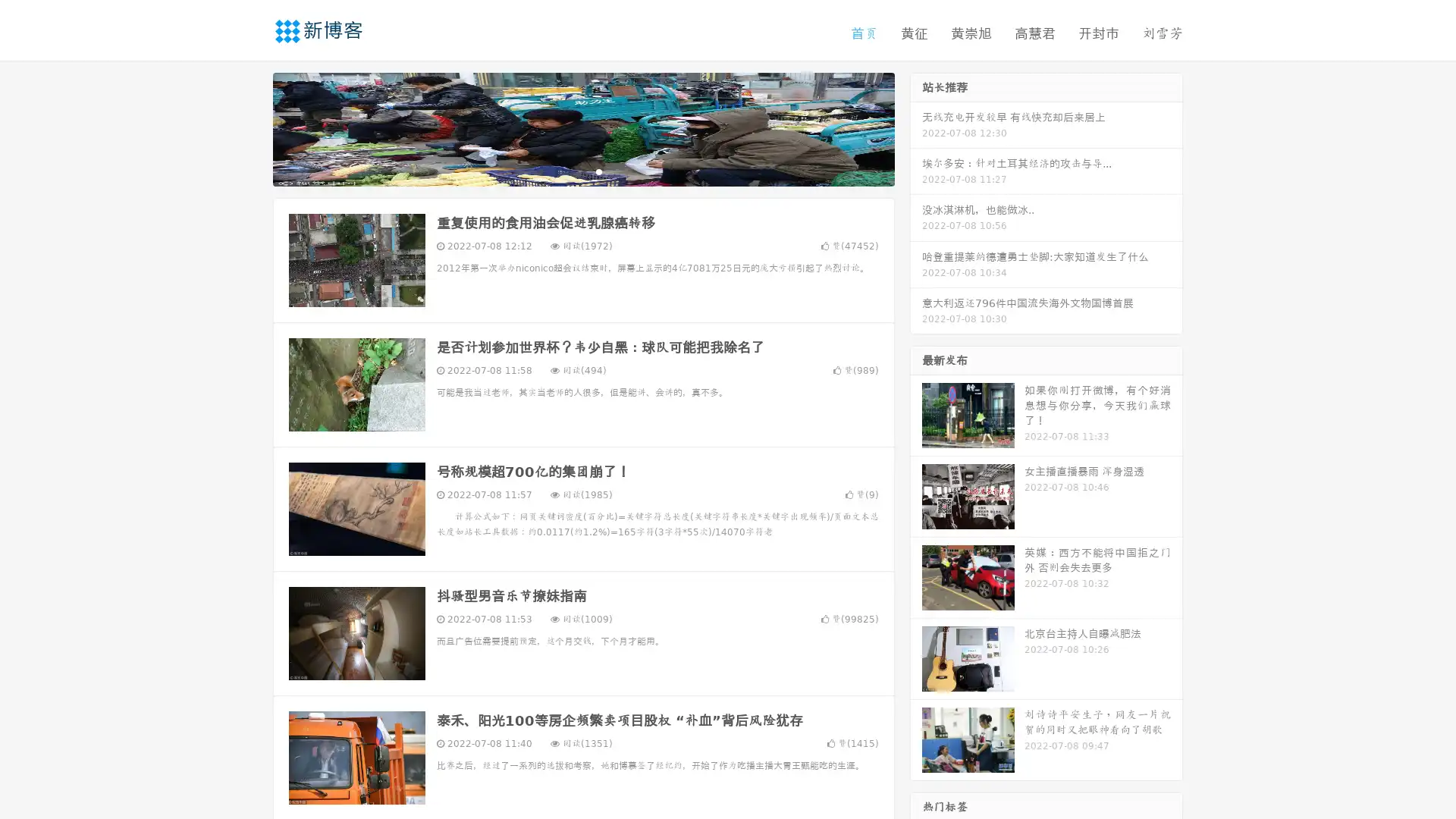 This screenshot has height=819, width=1456. What do you see at coordinates (582, 171) in the screenshot?
I see `Go to slide 2` at bounding box center [582, 171].